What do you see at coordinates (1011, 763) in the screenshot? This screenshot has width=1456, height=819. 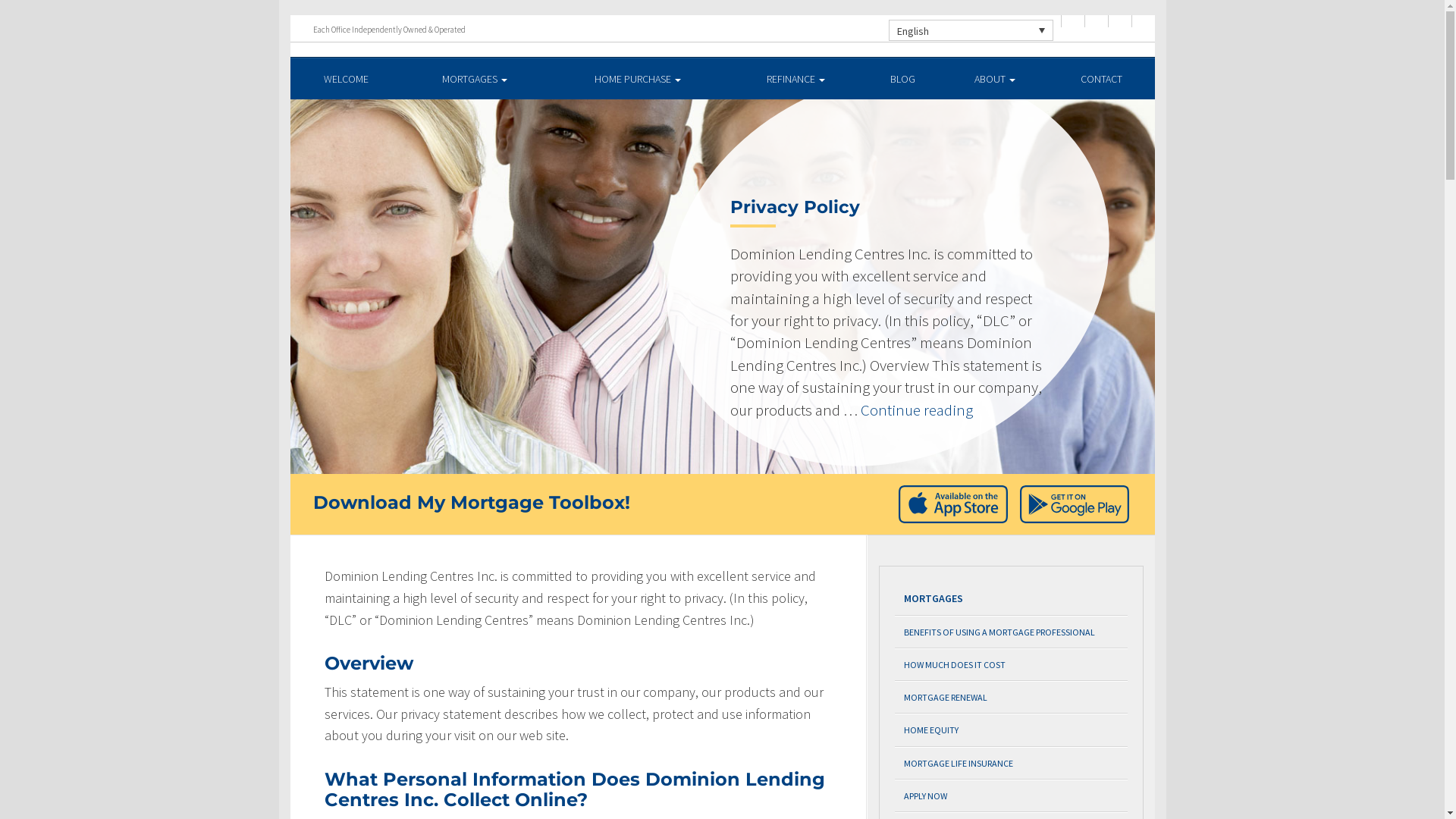 I see `'MORTGAGE LIFE INSURANCE'` at bounding box center [1011, 763].